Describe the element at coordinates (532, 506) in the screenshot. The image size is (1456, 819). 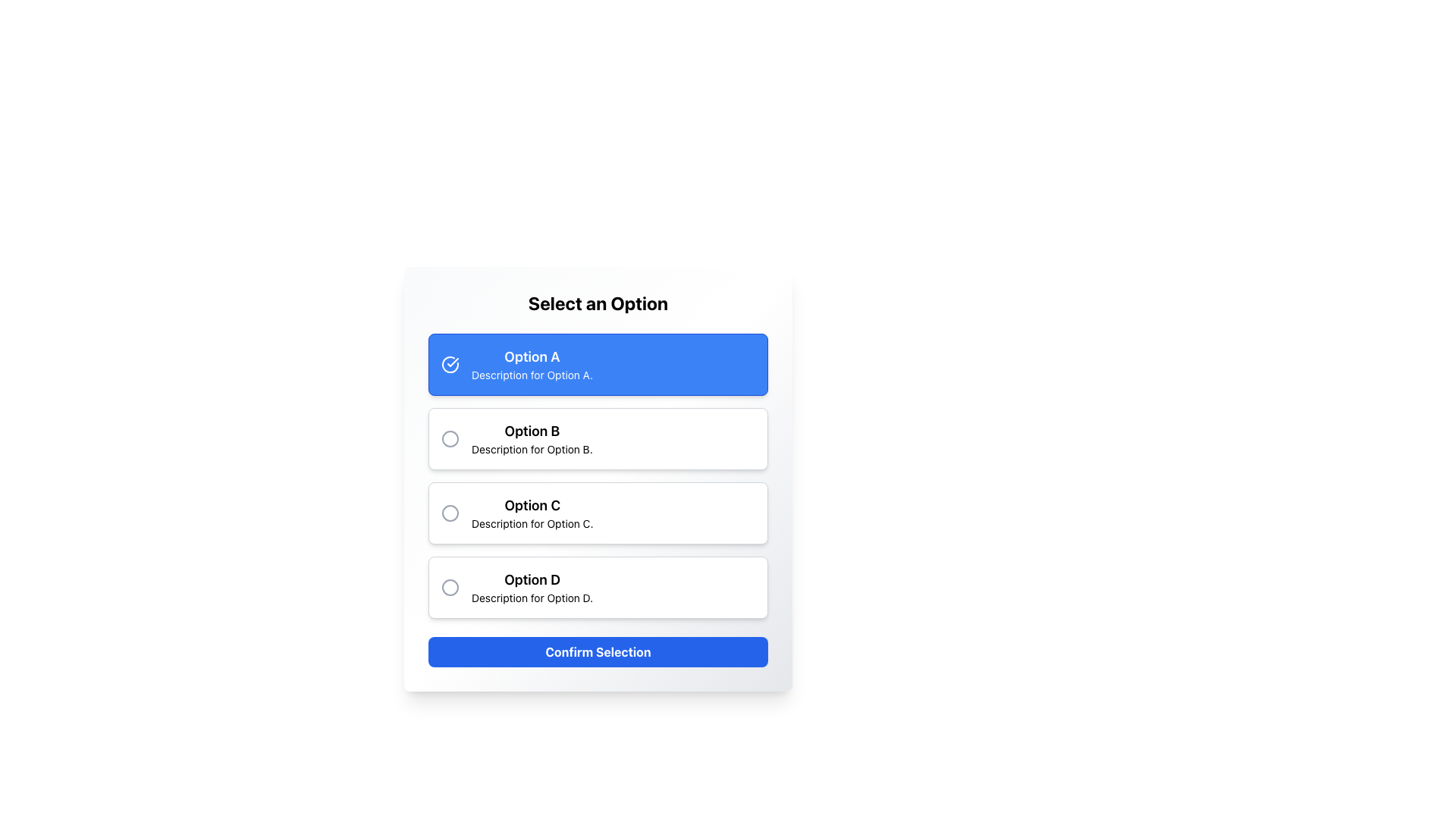
I see `text label 'Option C', which is the bold heading of the third option in the vertical list, positioned above 'Description for Option C.'` at that location.